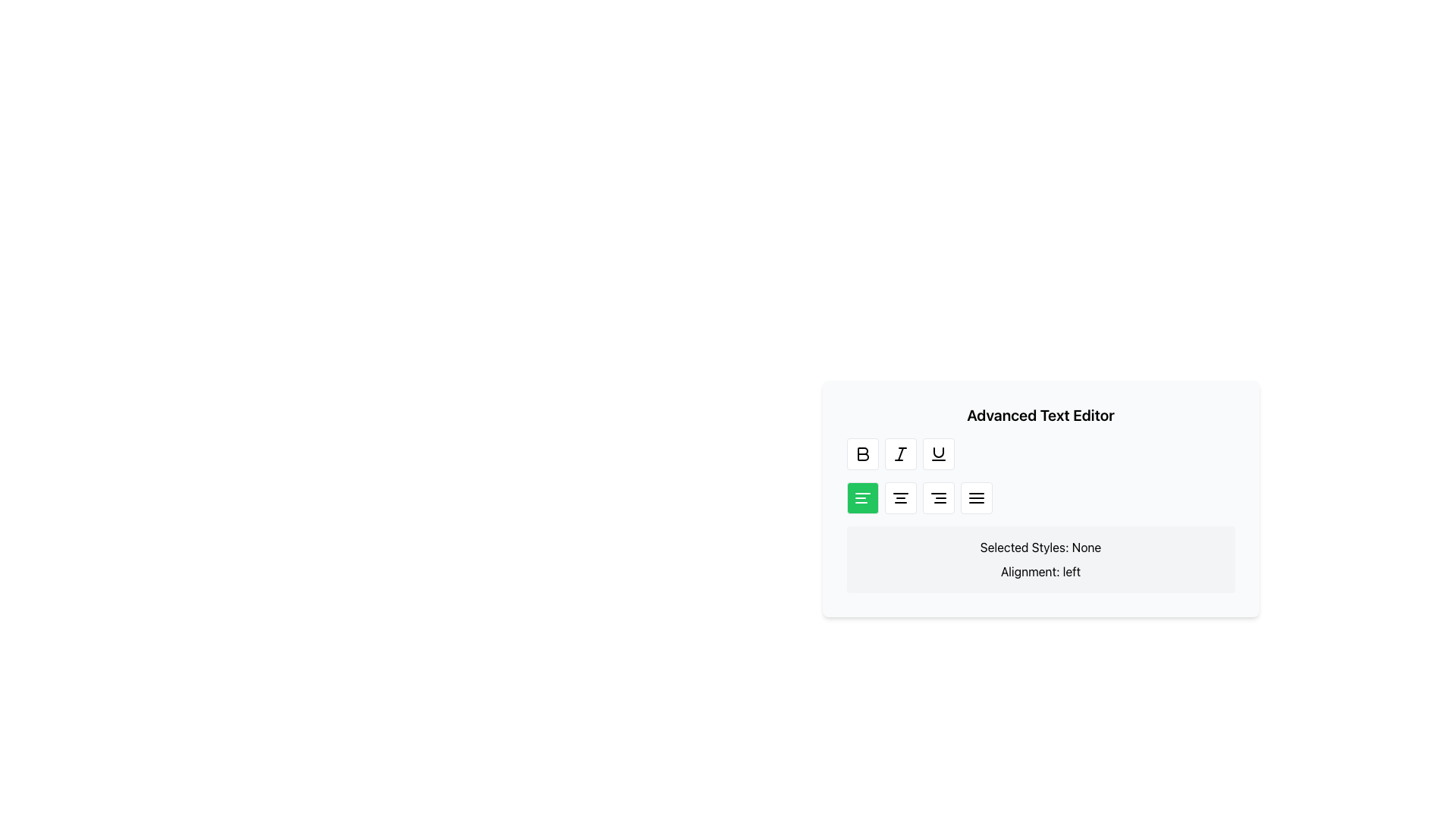 The width and height of the screenshot is (1456, 819). What do you see at coordinates (976, 497) in the screenshot?
I see `the 'justify alignment' button, which is the last button in the bottom row of alignment controls in the 'Advanced Text Editor'` at bounding box center [976, 497].